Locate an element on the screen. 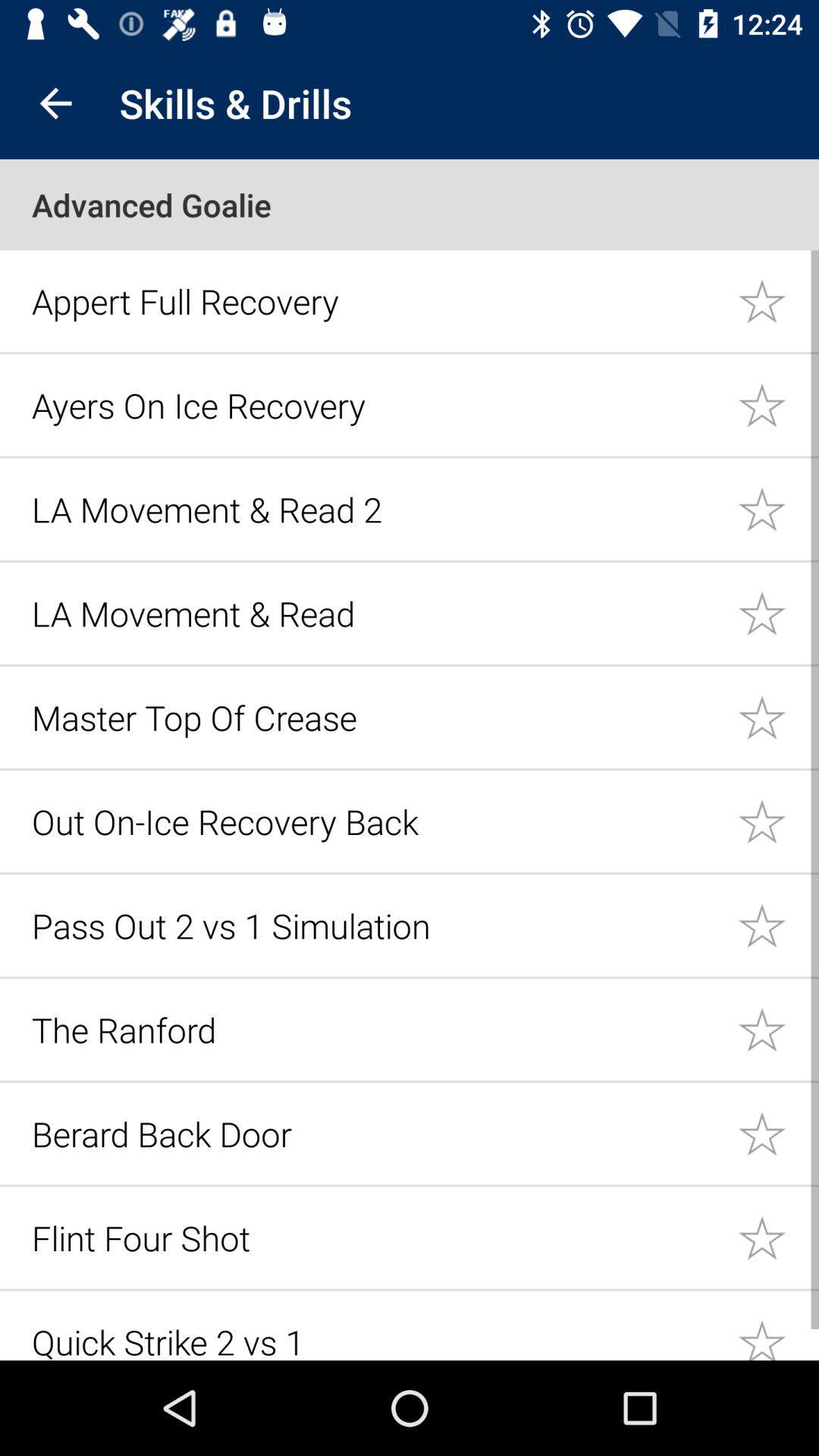 This screenshot has width=819, height=1456. quick strike 2 vs 1 is located at coordinates (778, 1326).